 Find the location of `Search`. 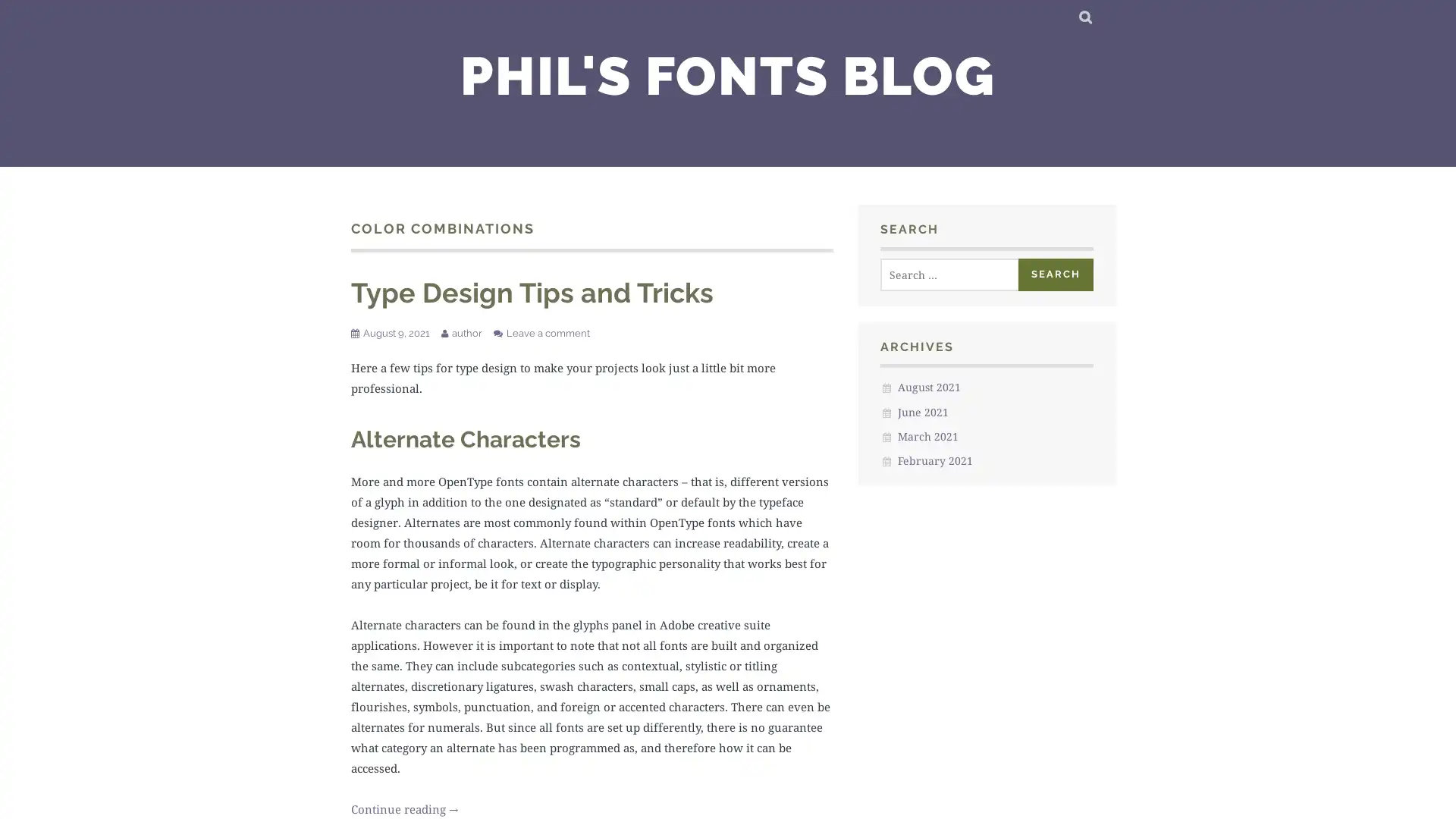

Search is located at coordinates (1055, 274).